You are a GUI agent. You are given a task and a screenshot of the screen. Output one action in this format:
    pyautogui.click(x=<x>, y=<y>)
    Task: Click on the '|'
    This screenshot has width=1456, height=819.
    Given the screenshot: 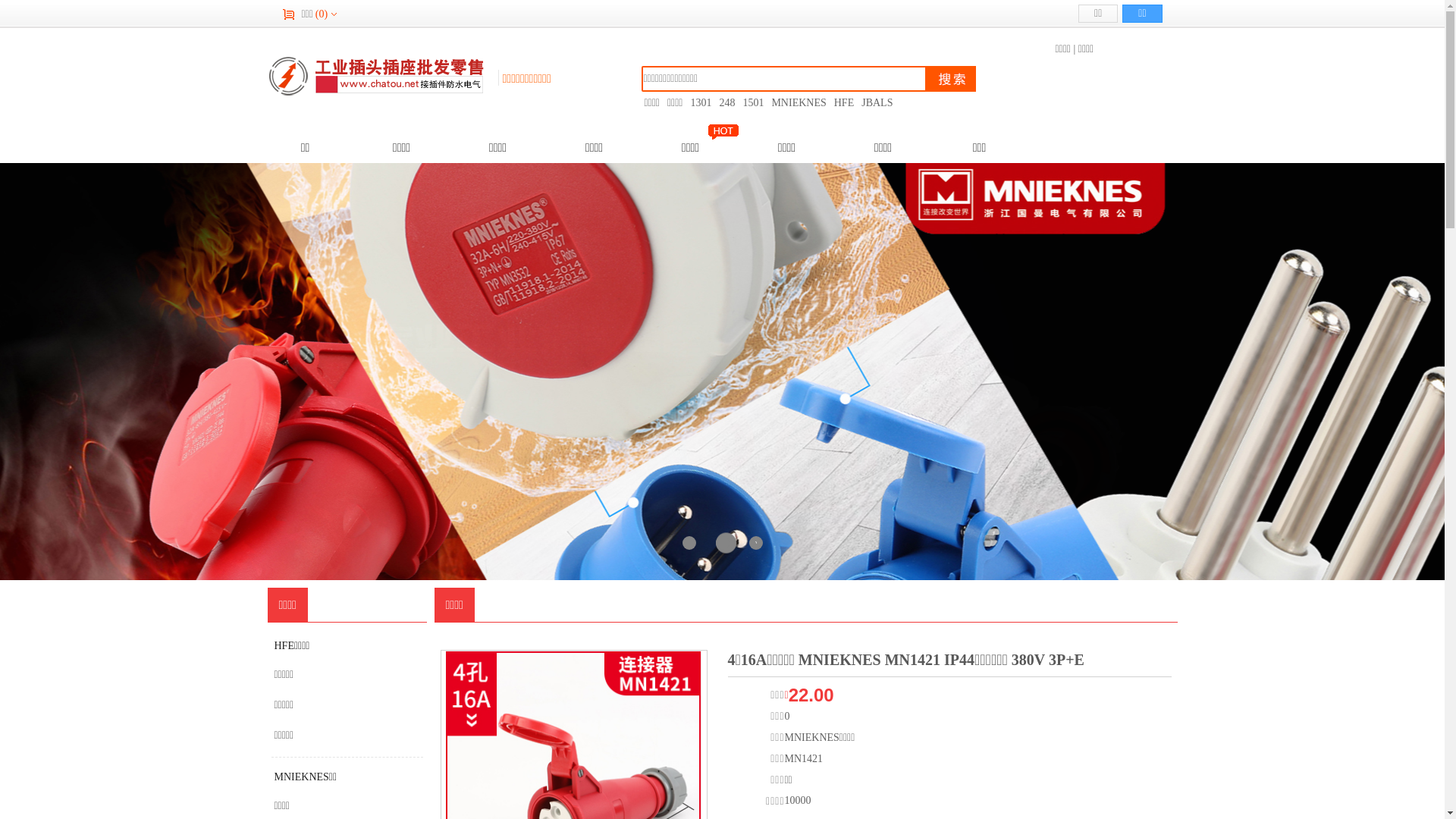 What is the action you would take?
    pyautogui.click(x=1073, y=48)
    